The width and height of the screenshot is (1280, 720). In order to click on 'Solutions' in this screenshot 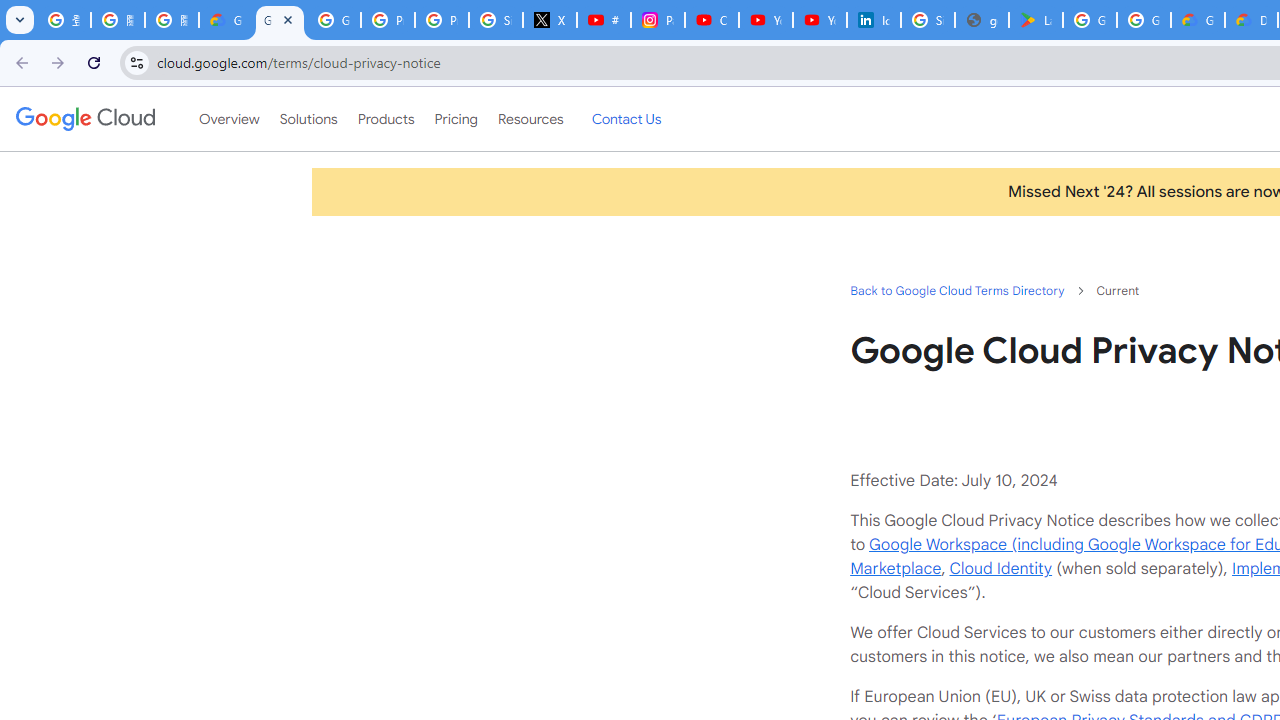, I will do `click(307, 119)`.